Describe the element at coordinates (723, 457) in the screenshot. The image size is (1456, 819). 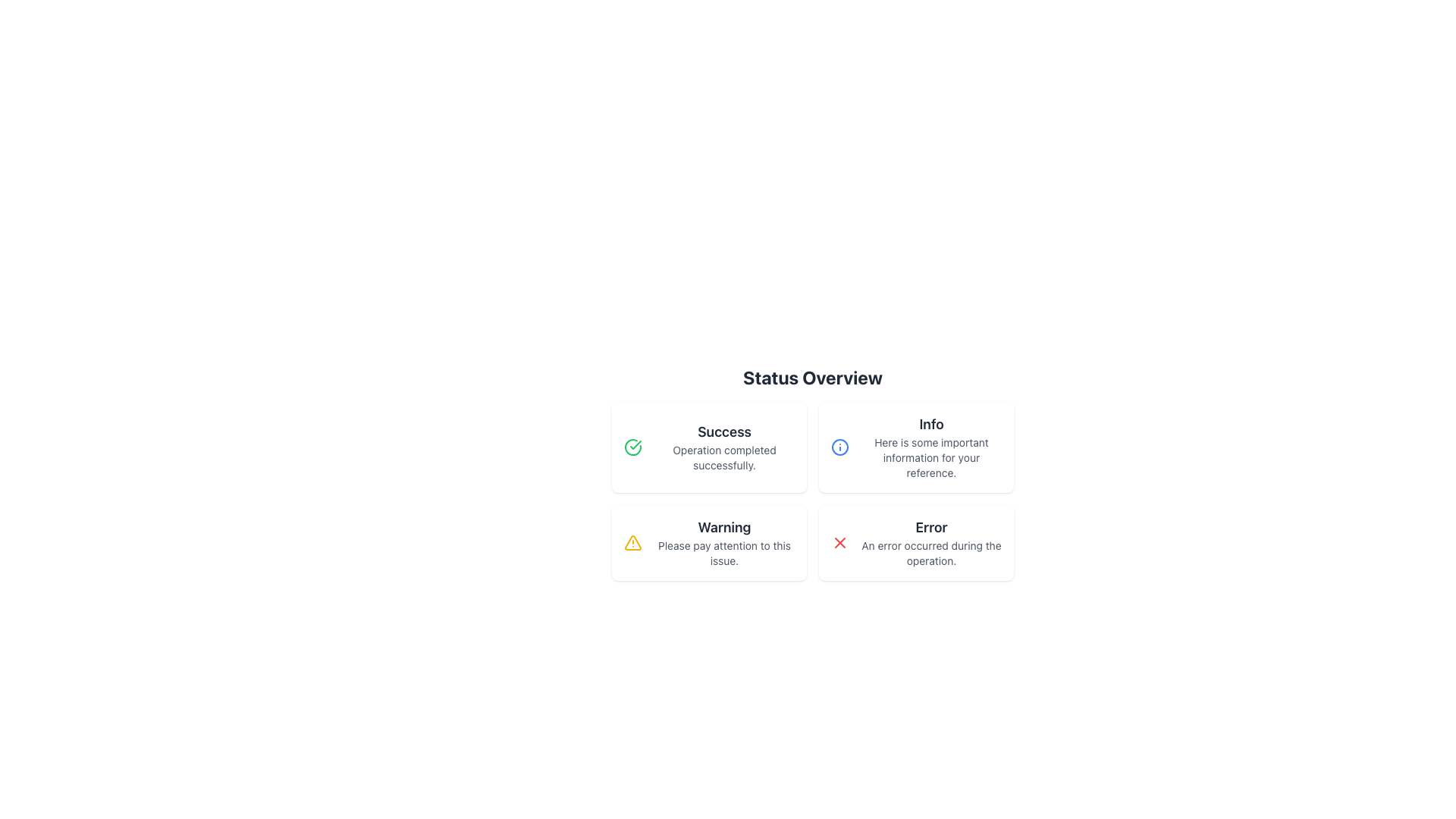
I see `text string that displays 'Operation completed successfully.' which is styled in light gray and positioned directly below the bolder text 'Success'` at that location.